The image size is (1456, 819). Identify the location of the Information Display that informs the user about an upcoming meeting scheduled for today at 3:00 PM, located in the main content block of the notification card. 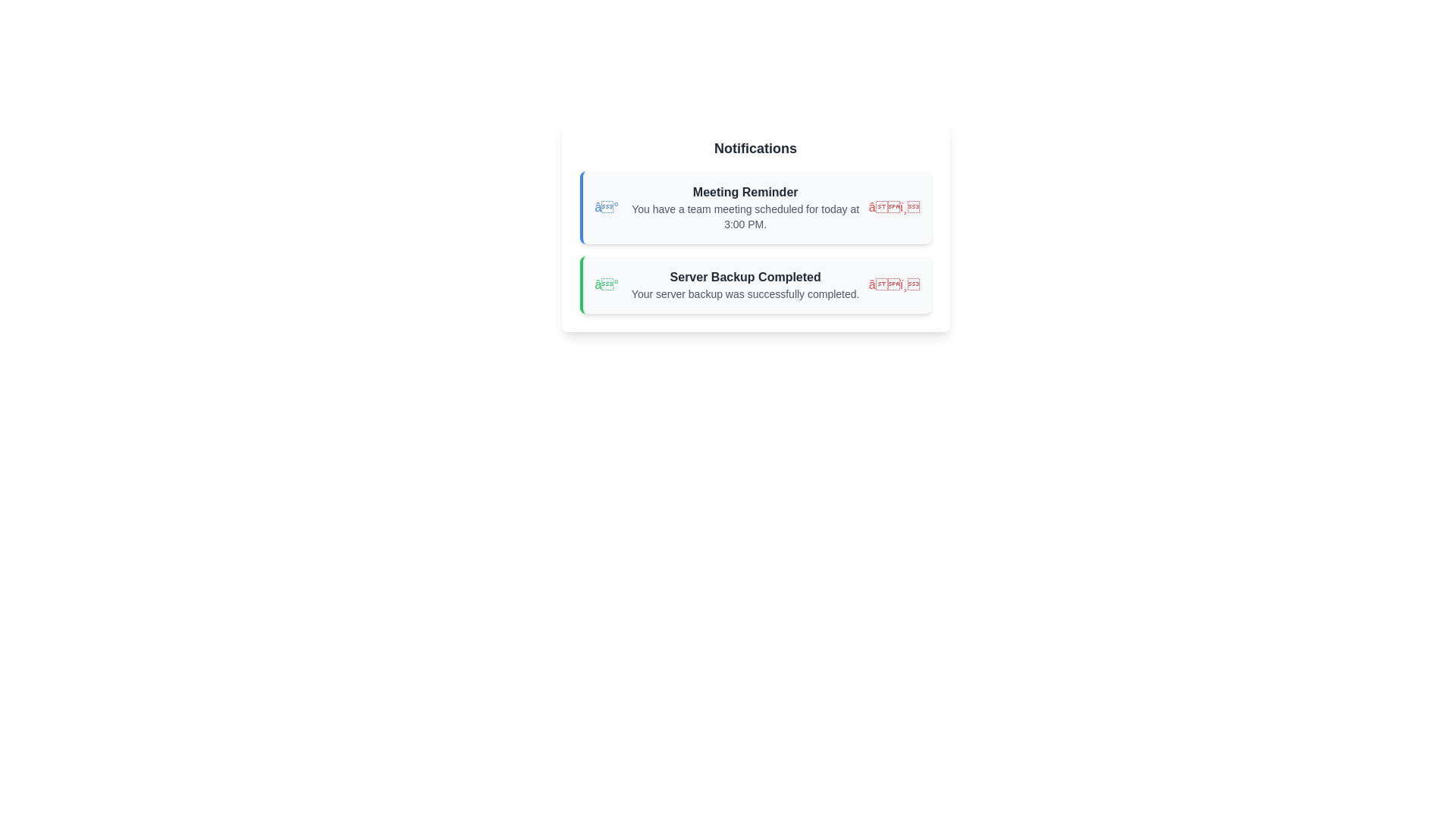
(745, 207).